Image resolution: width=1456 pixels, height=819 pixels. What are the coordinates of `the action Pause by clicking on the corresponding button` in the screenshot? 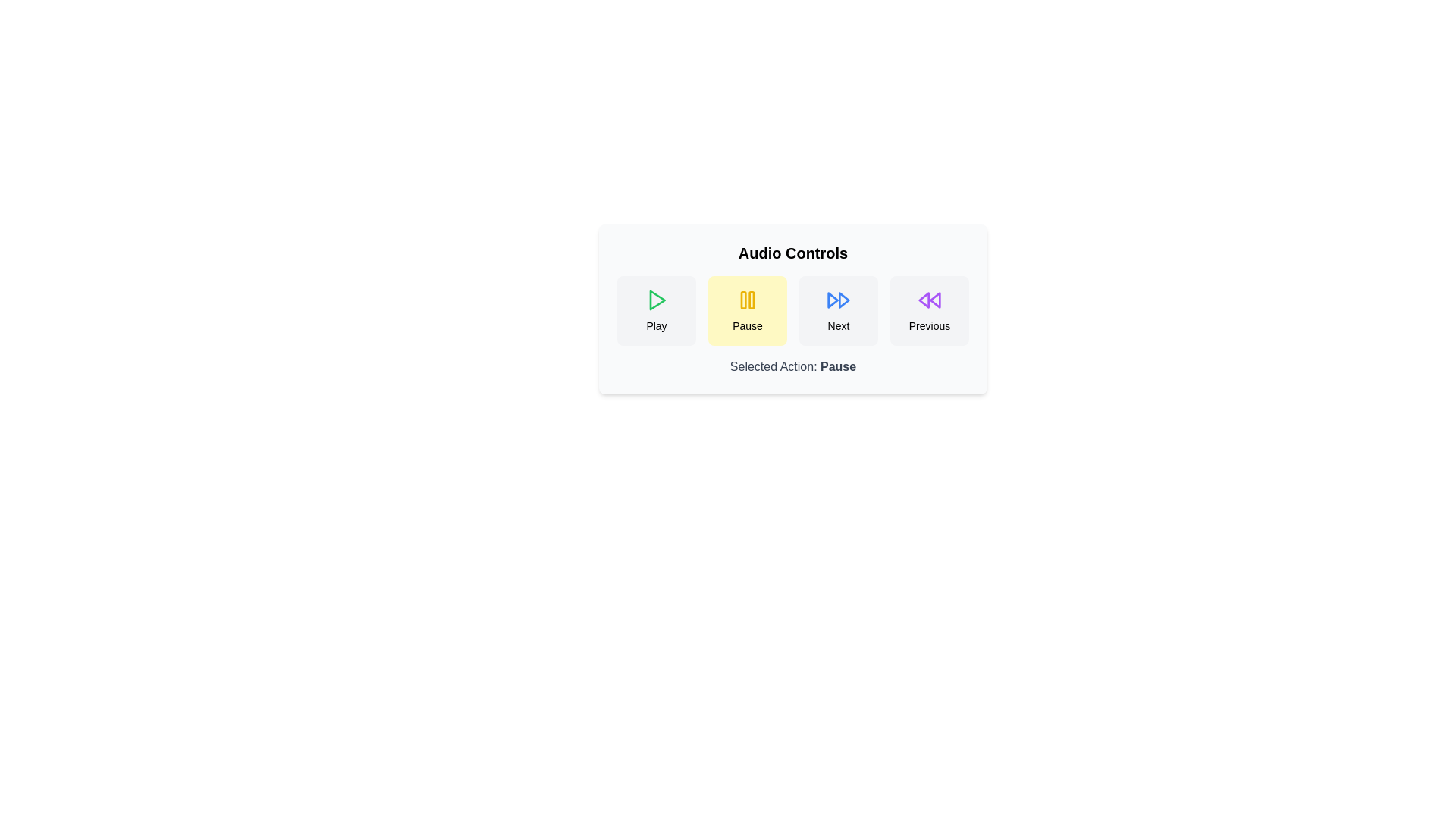 It's located at (747, 309).